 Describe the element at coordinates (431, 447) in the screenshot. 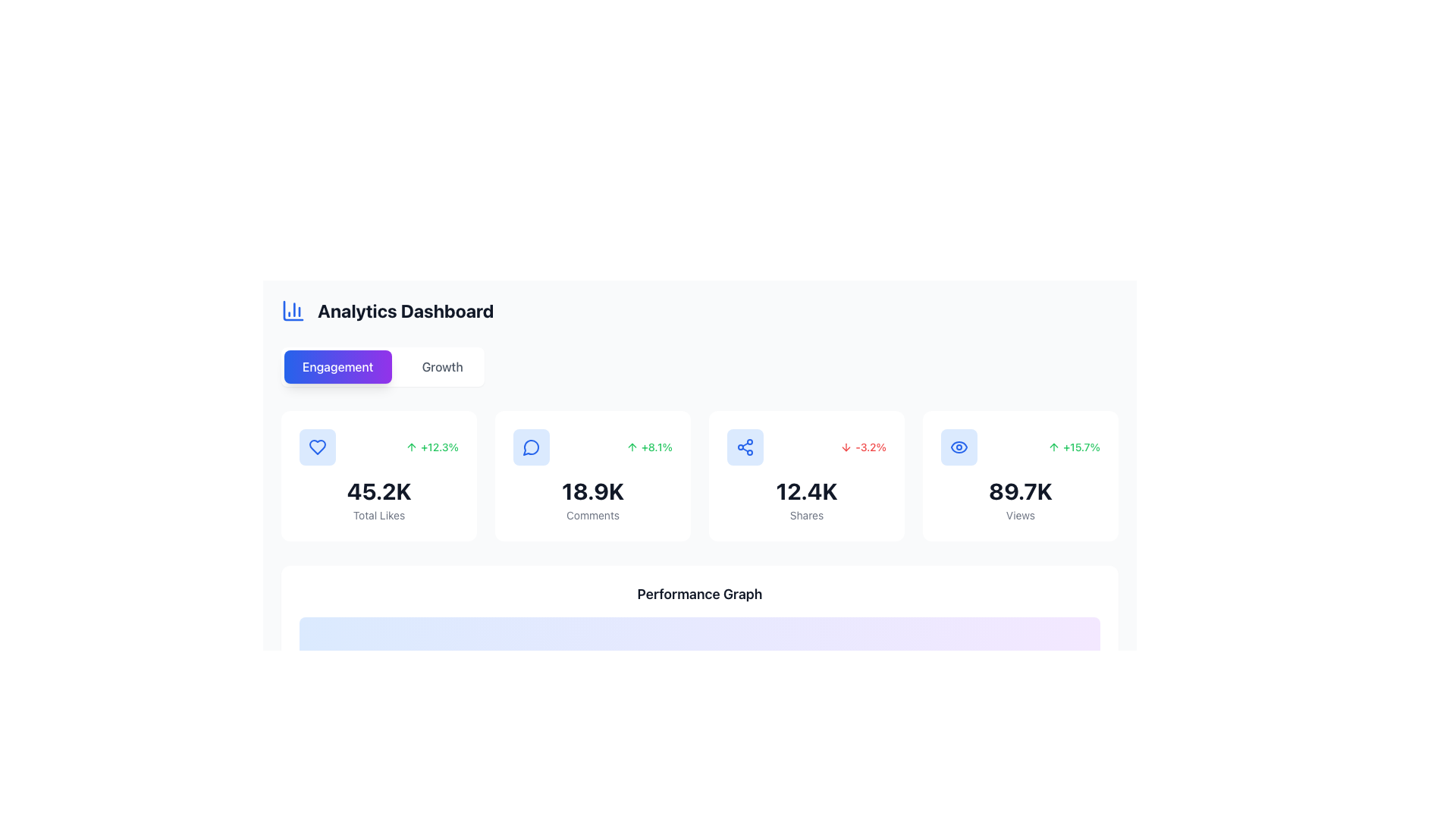

I see `the Text and Icon Label displaying a percentage change of '+12.3%' styled in green, located next to an upward-pointing arrow icon in the metrics for 'Total Likes'` at that location.